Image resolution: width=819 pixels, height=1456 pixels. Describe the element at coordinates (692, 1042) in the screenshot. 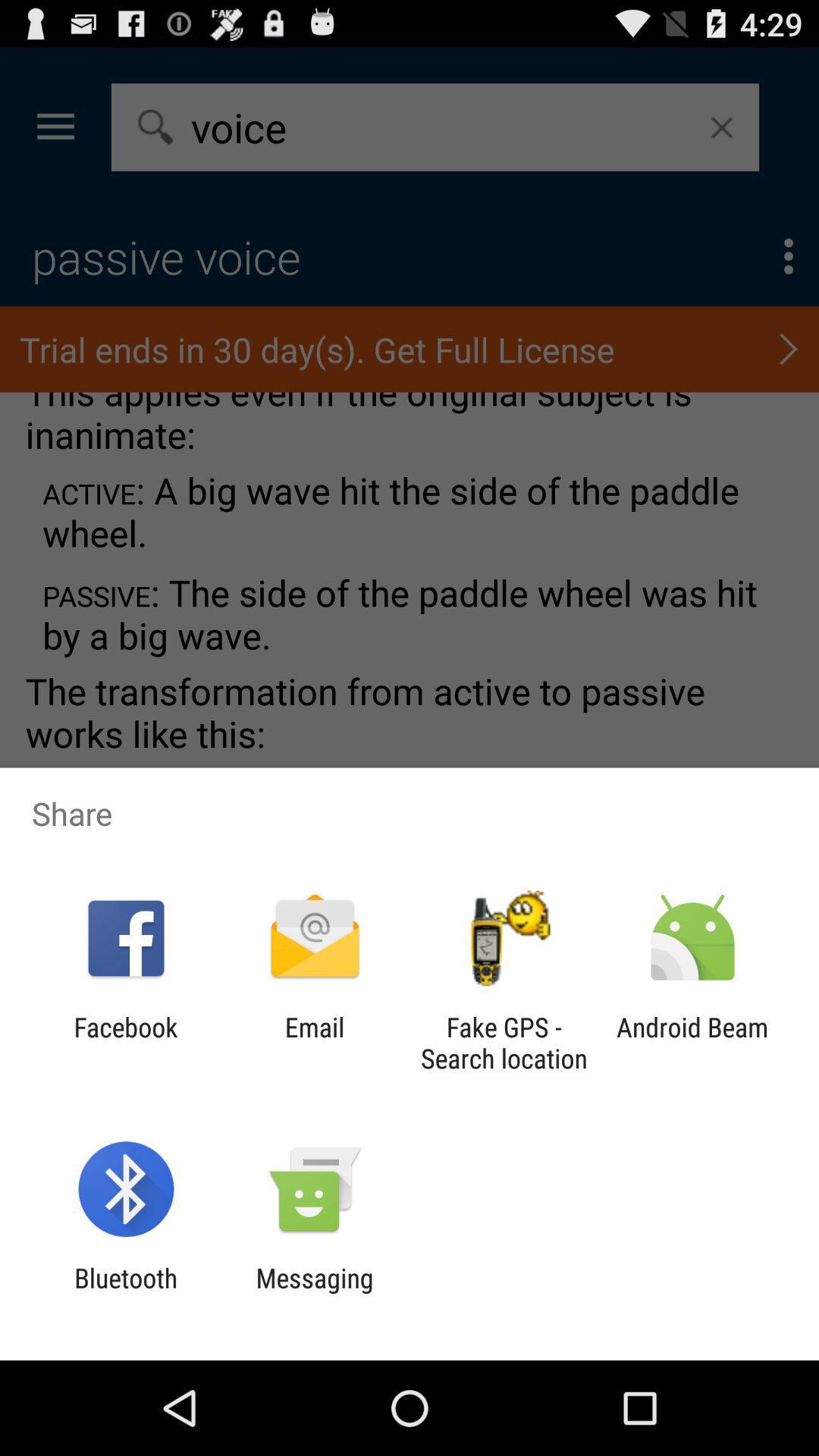

I see `the android beam icon` at that location.